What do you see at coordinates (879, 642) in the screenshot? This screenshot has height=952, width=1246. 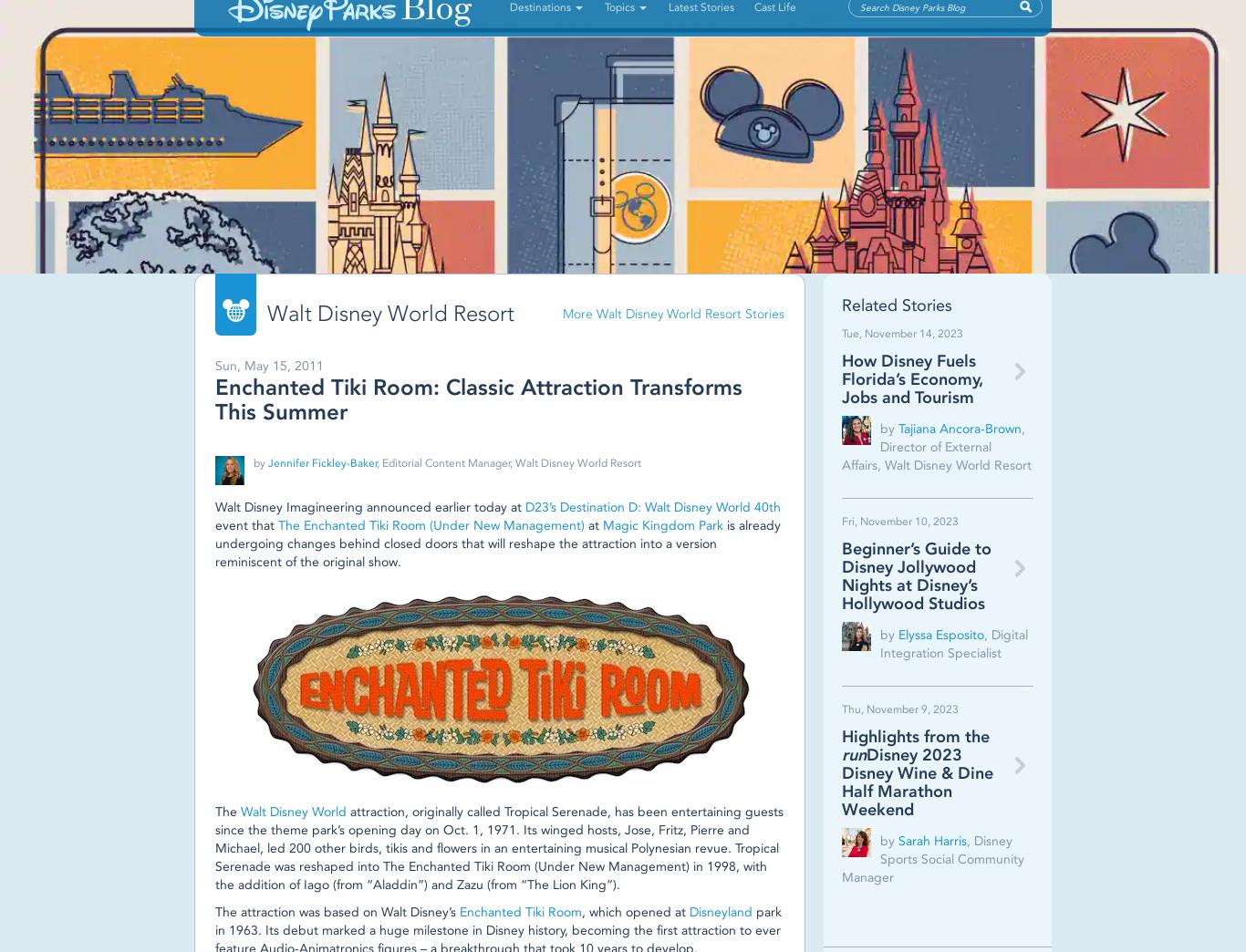 I see `', Digital Integration Specialist'` at bounding box center [879, 642].